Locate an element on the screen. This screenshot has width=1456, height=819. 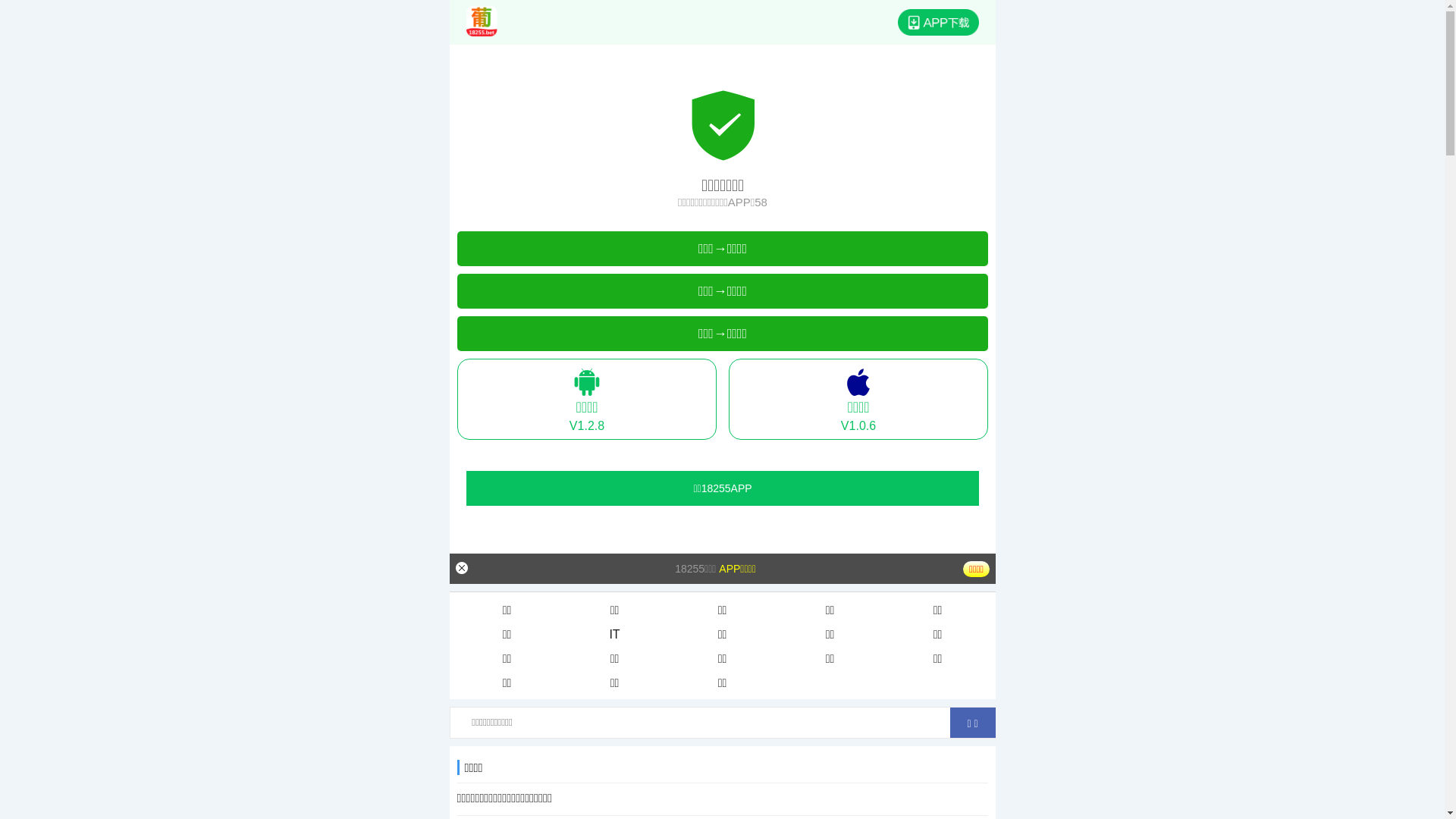
'IT' is located at coordinates (560, 635).